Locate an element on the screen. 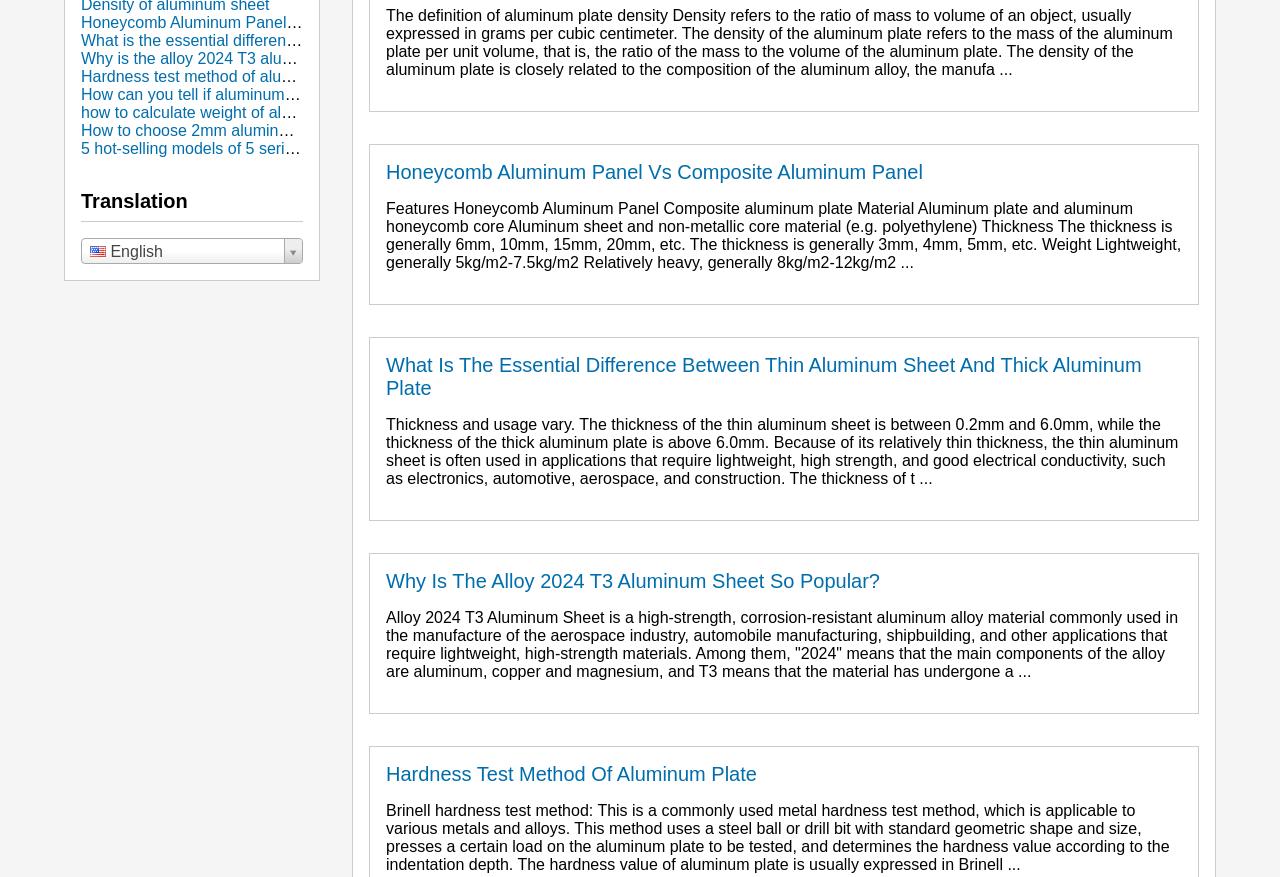 Image resolution: width=1280 pixels, height=877 pixels. 'Features
Honeycomb Aluminum Panel
Composite aluminum plate Material
Aluminum plate and aluminum honeycomb core
Aluminum sheet and non-metallic core material (e.g. polyethylene) Thickness
The thickness is generally 6mm, 10mm, 15mm, 20mm, etc.
The thickness is generally 3mm, 4mm, 5mm, etc. Weight
Lightweight, generally 5kg/m2-7.5kg/m2
Relatively heavy, generally 8kg/m2-12kg/m2 ...' is located at coordinates (782, 234).